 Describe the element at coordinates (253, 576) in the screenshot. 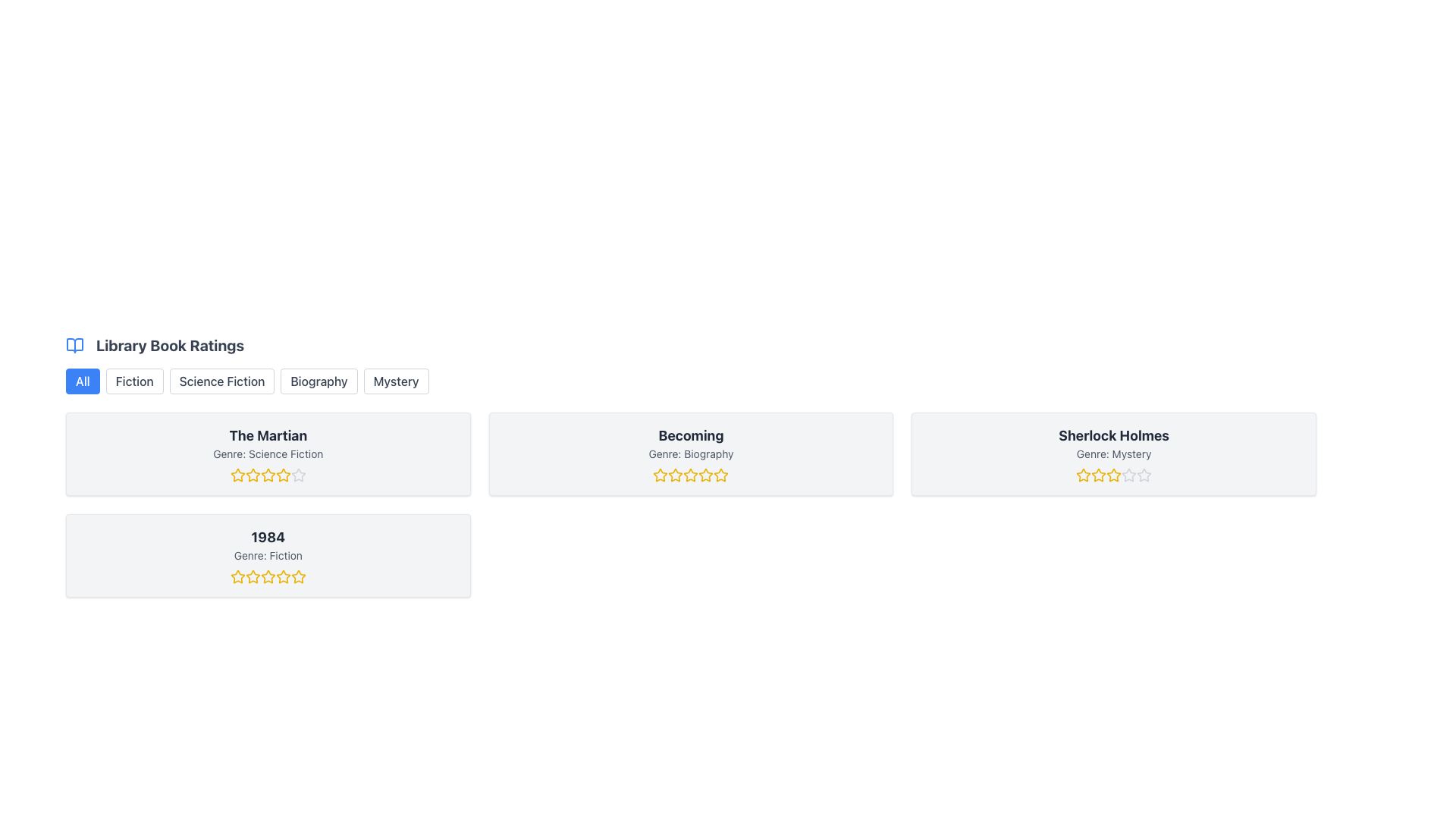

I see `the second star icon in the star-based rating system below the '1984' book title` at that location.